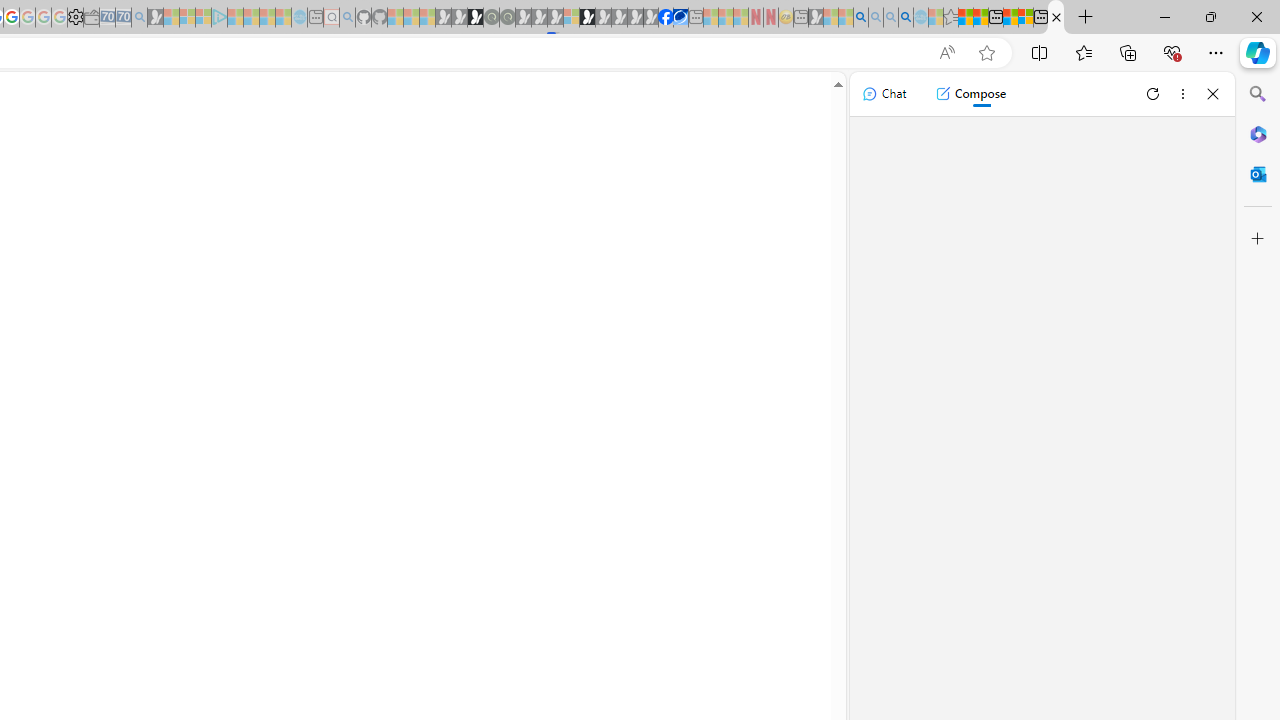  I want to click on 'Google Chrome Internet Browser Download - Search Images', so click(904, 17).